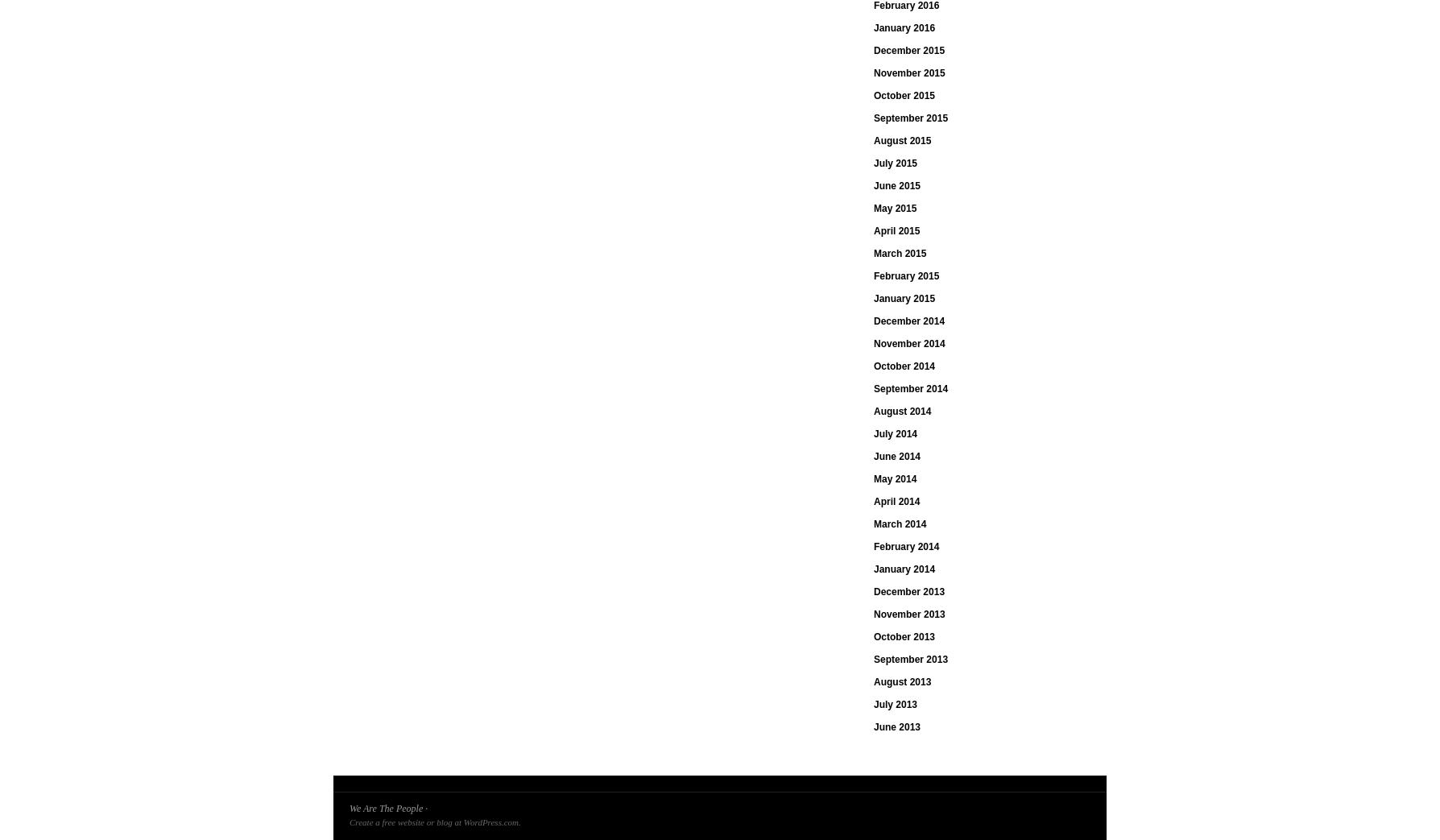 The height and width of the screenshot is (840, 1440). I want to click on 'December 2013', so click(908, 592).